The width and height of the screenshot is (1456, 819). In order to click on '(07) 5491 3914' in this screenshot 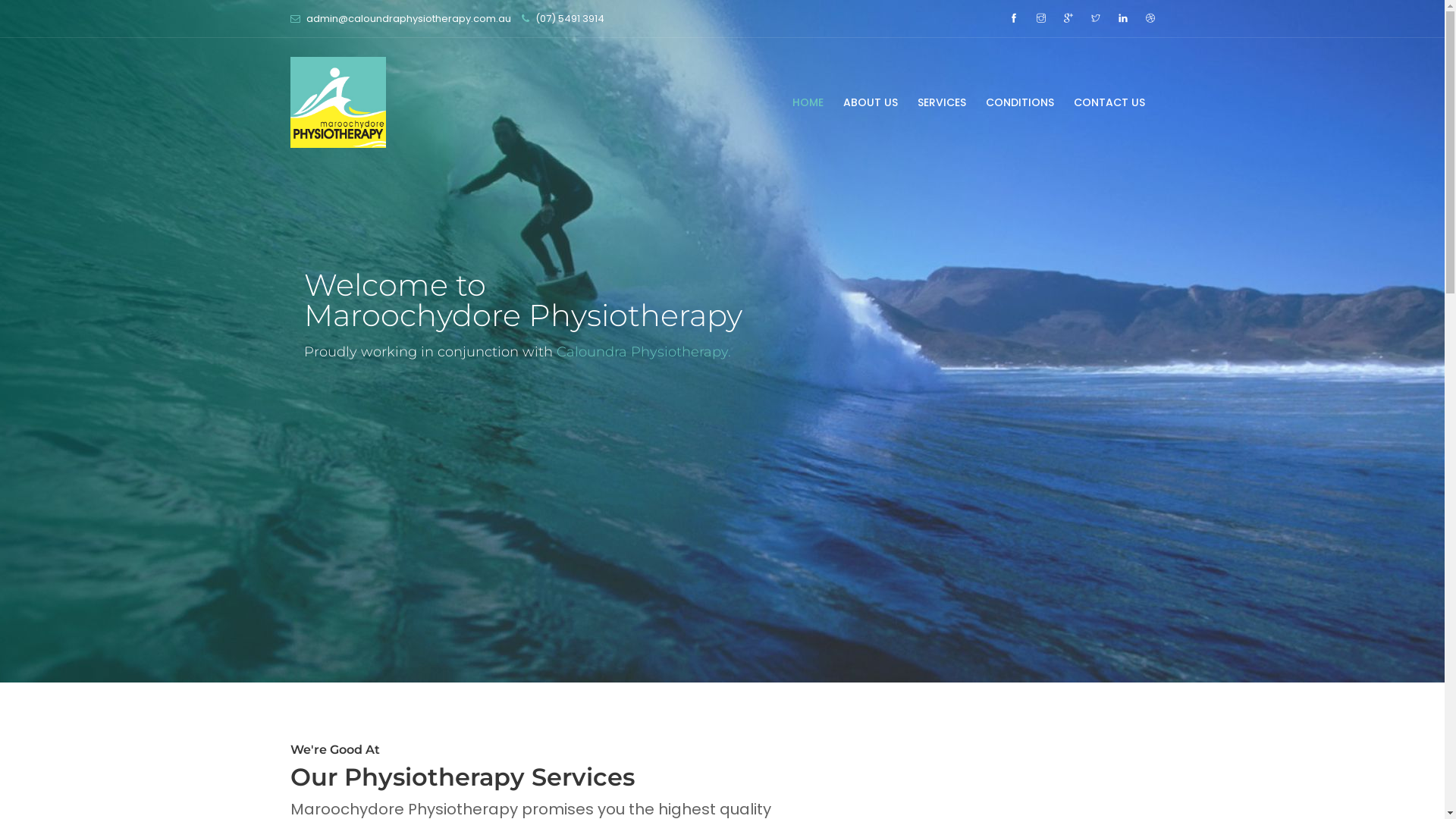, I will do `click(569, 18)`.